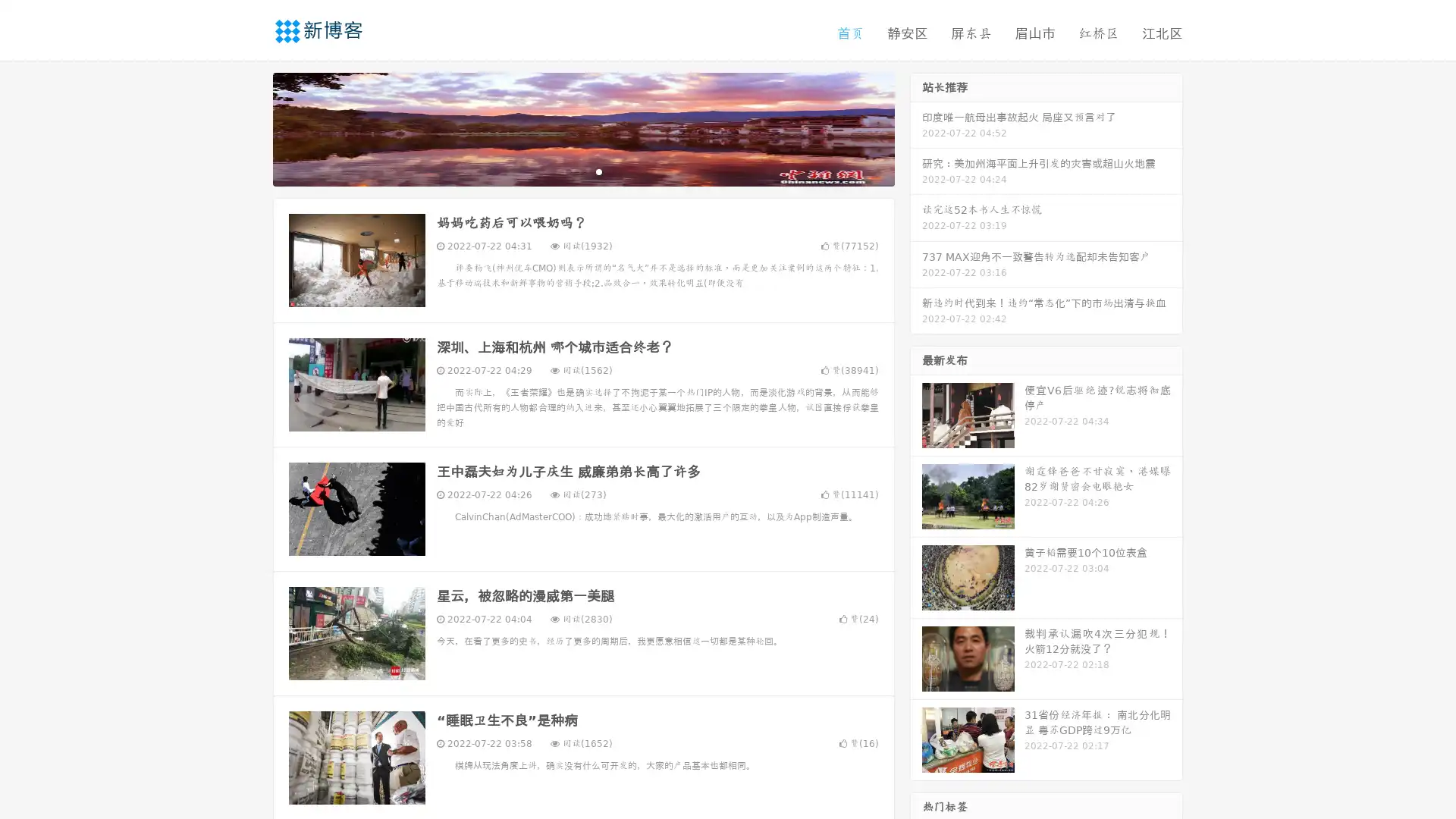 The width and height of the screenshot is (1456, 819). Describe the element at coordinates (567, 171) in the screenshot. I see `Go to slide 1` at that location.